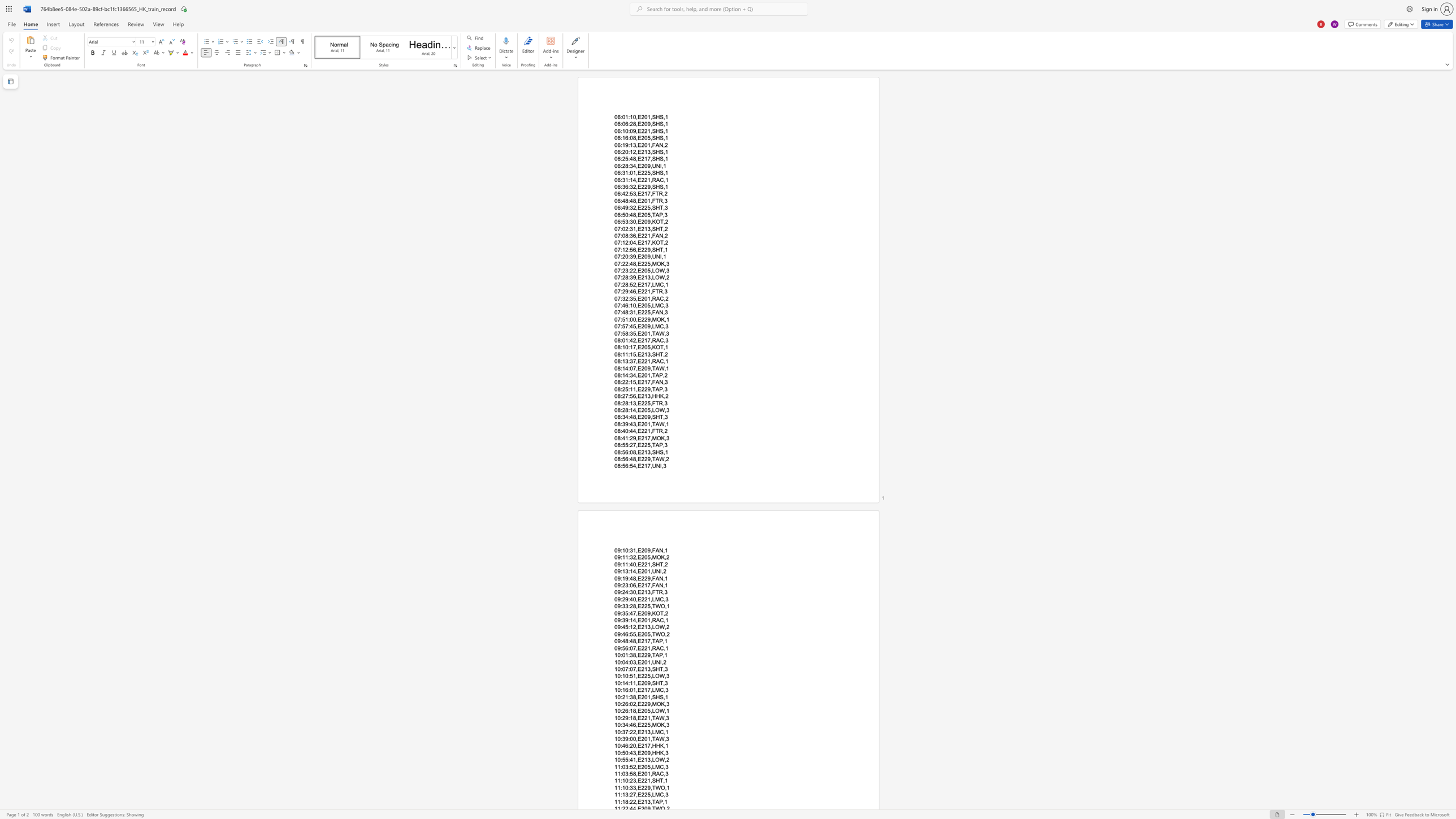 The width and height of the screenshot is (1456, 819). I want to click on the space between the continuous character "9" and "," in the text, so click(649, 655).